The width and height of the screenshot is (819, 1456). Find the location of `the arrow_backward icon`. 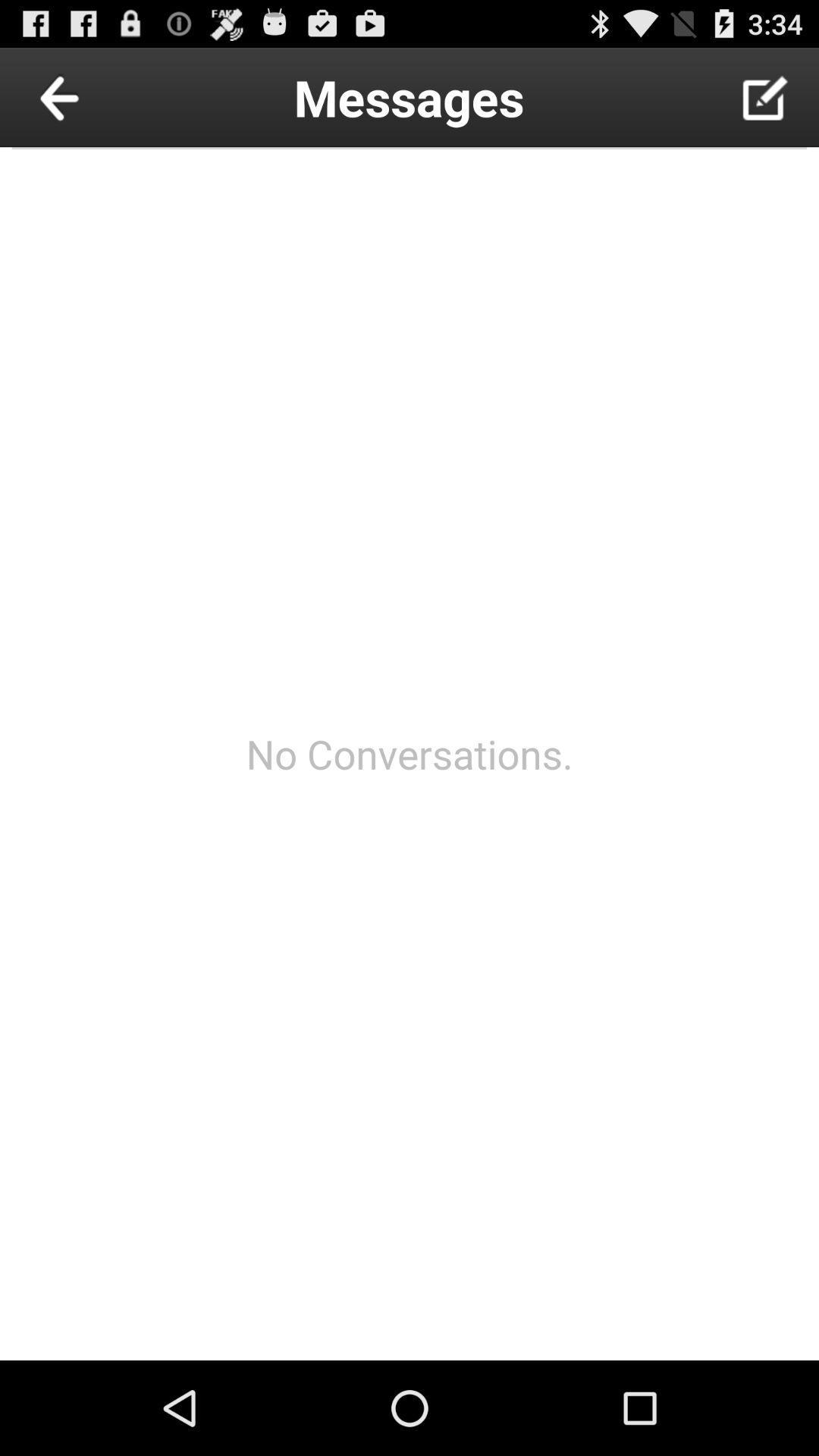

the arrow_backward icon is located at coordinates (94, 103).